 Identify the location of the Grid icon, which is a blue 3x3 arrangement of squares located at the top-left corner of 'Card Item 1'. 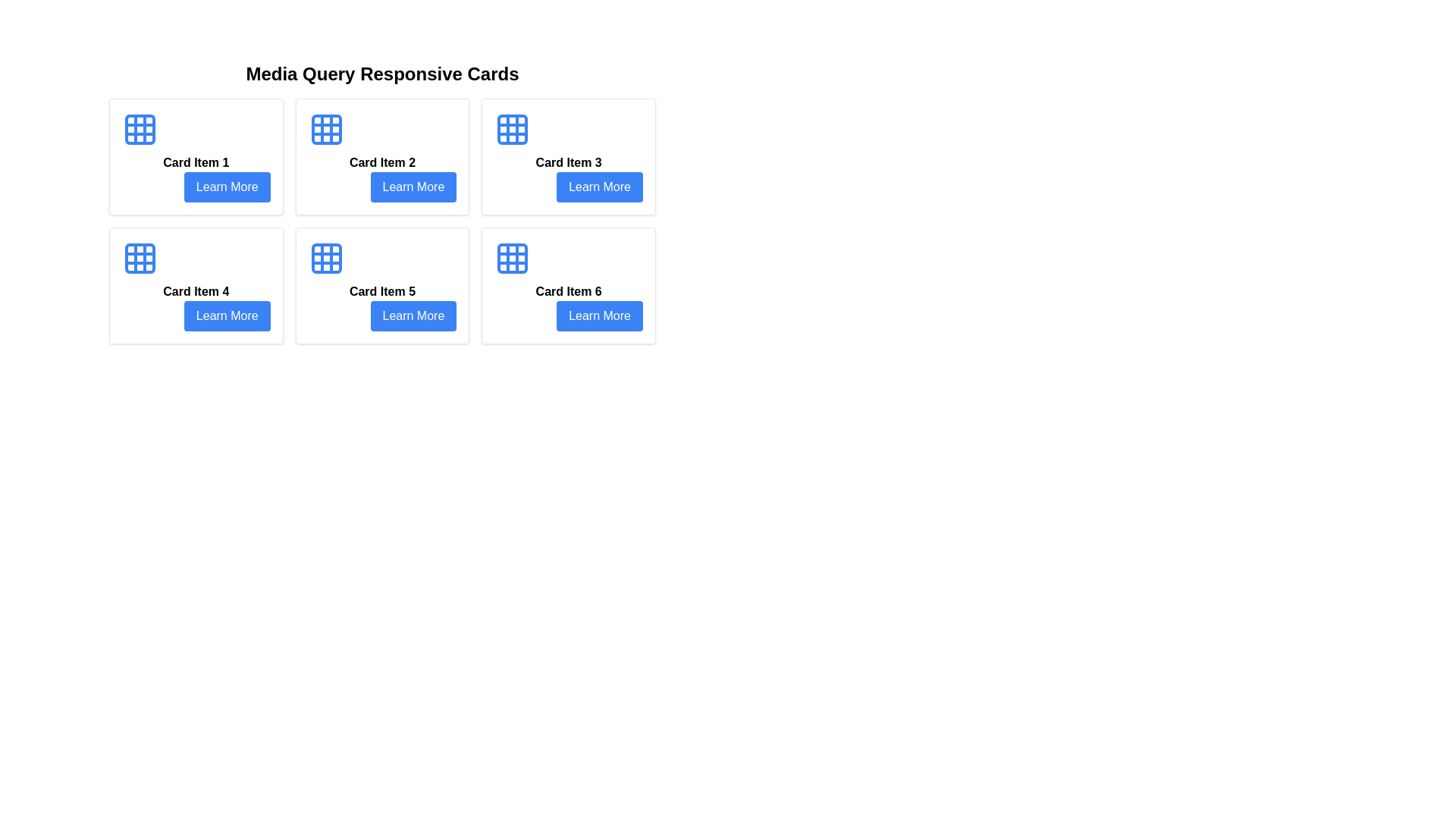
(140, 128).